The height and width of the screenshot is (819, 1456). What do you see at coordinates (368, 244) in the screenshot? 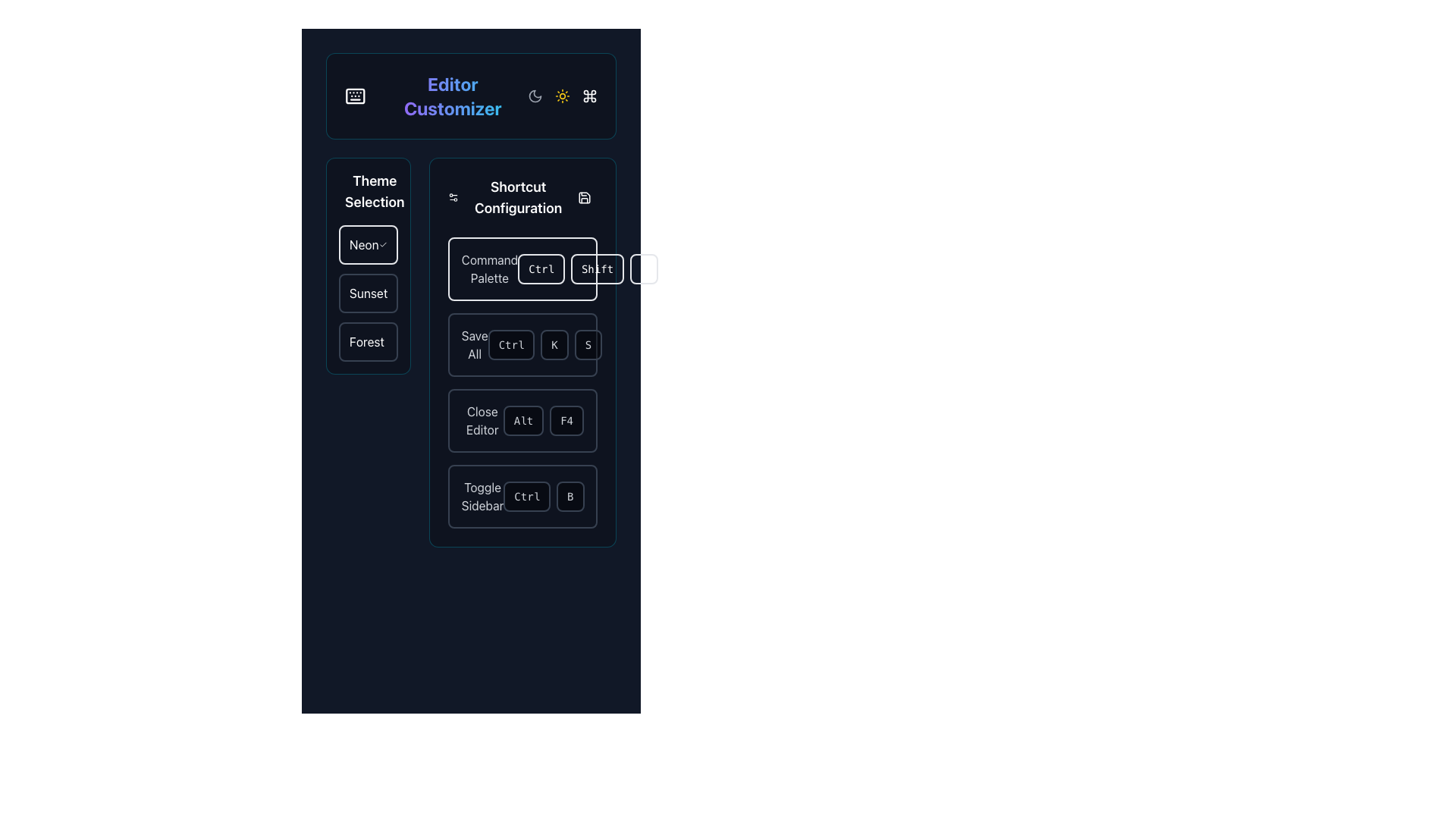
I see `the button` at bounding box center [368, 244].